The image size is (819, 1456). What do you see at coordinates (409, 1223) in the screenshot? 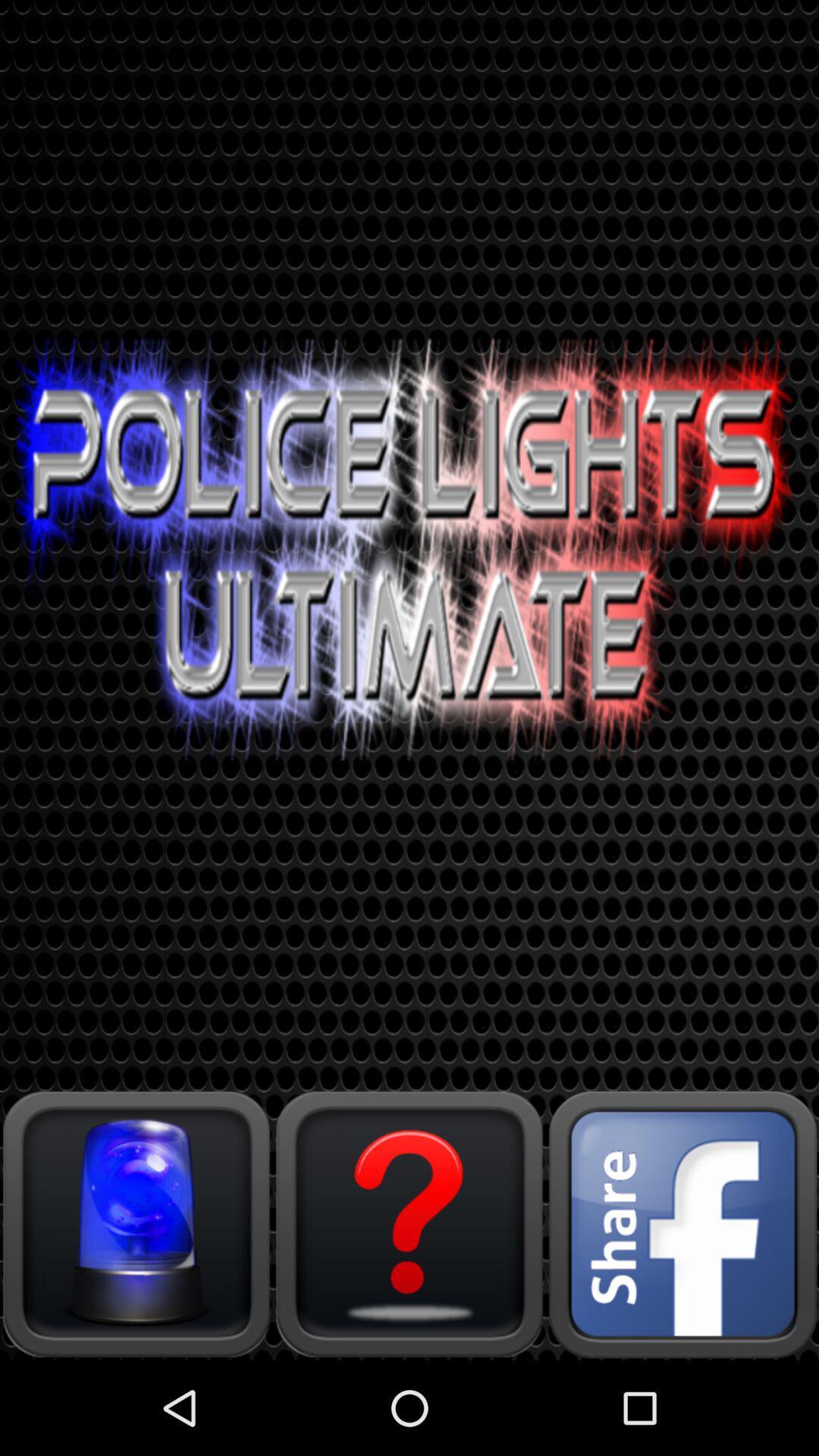
I see `help section` at bounding box center [409, 1223].